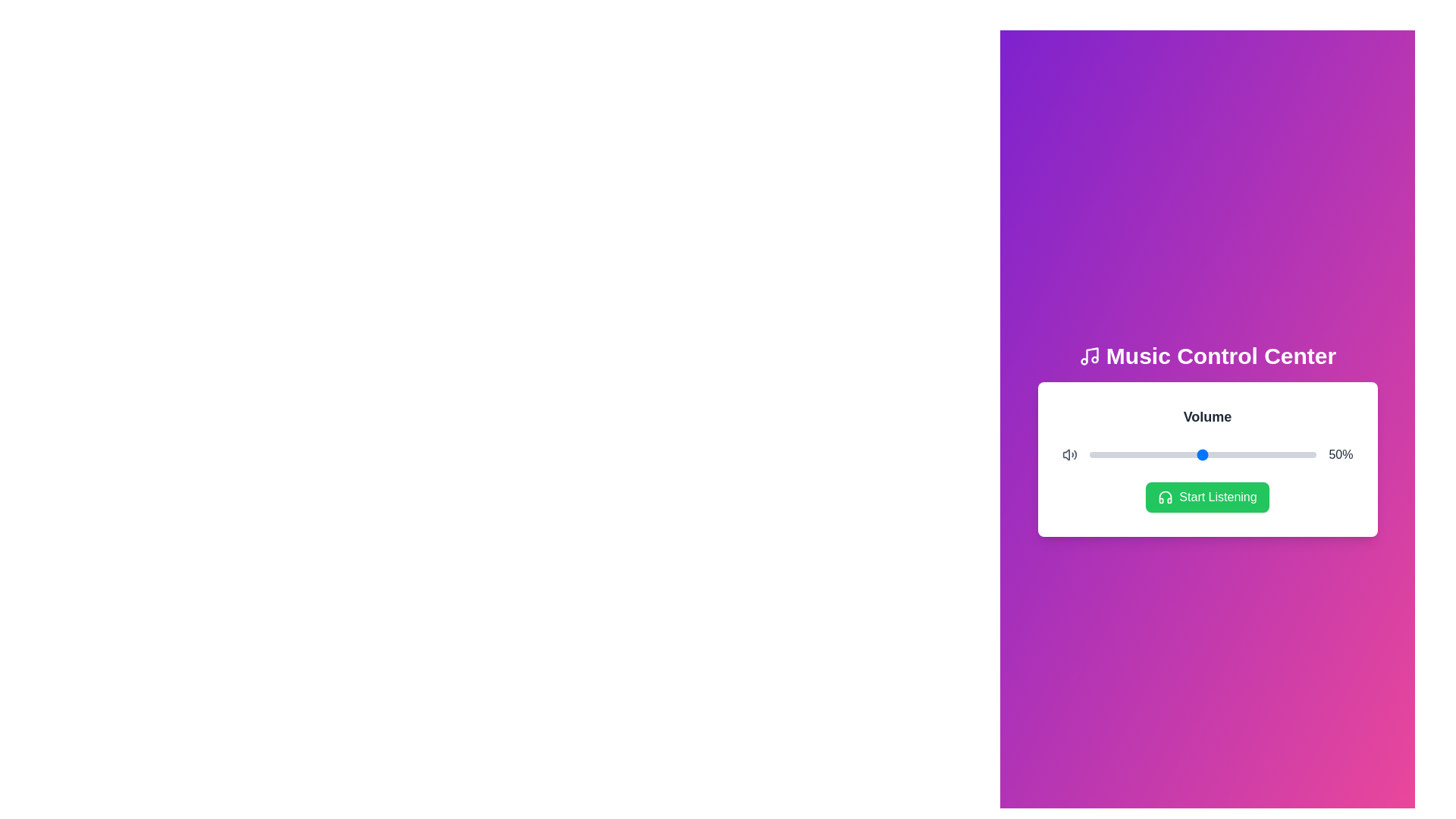  What do you see at coordinates (1148, 454) in the screenshot?
I see `the volume slider to 26%` at bounding box center [1148, 454].